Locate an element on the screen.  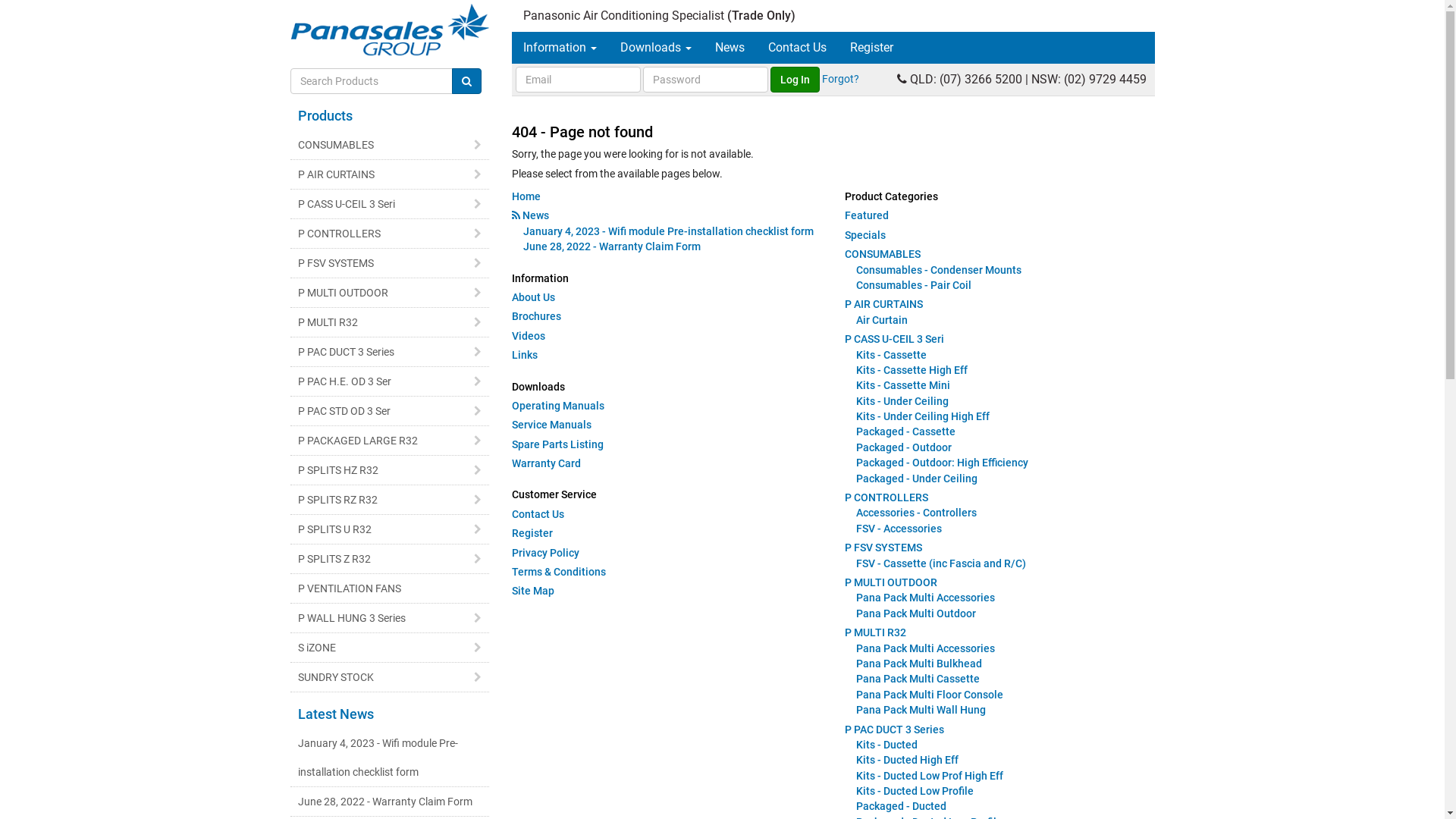
'Privacy Policy' is located at coordinates (545, 553).